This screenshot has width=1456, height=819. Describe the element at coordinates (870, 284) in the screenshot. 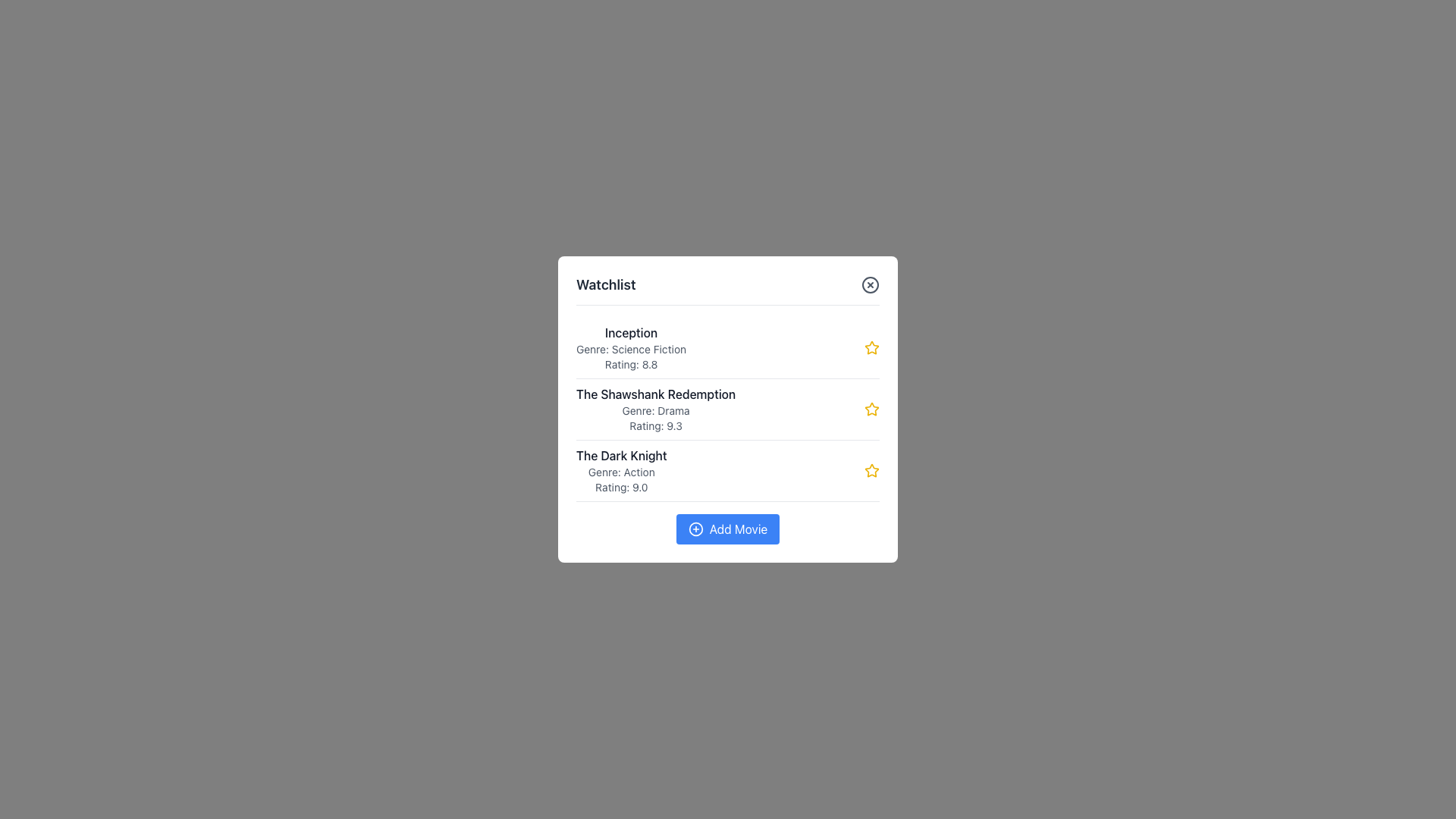

I see `the close button represented by a circular SVG shape located in the top-right corner of the modal dialog containing the watchlist` at that location.